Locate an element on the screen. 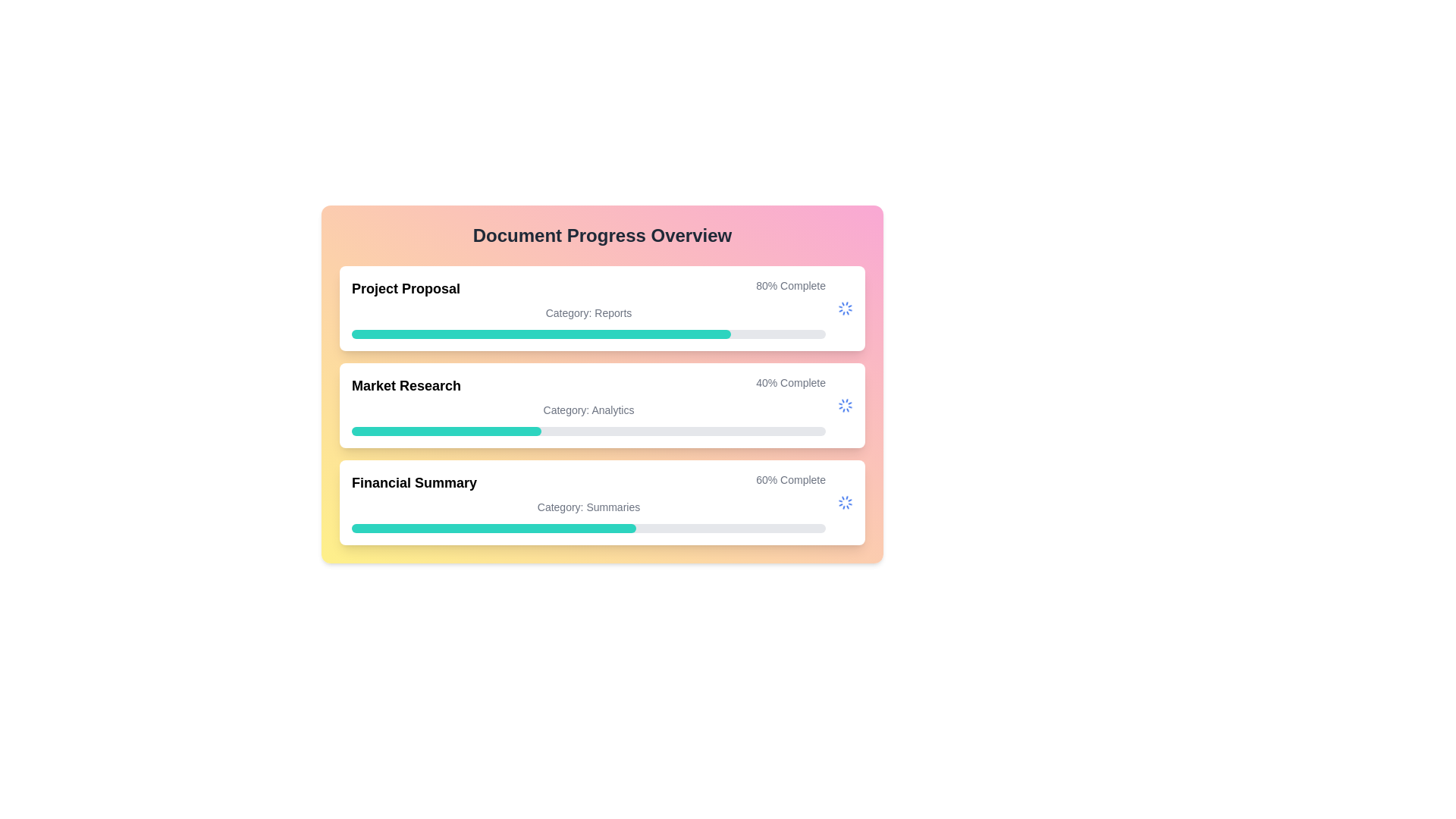 The width and height of the screenshot is (1456, 819). the horizontal progress bar within the 'Financial Summary' card, located below the 'Category: Summaries' text, which shows a 60% completion level is located at coordinates (588, 528).